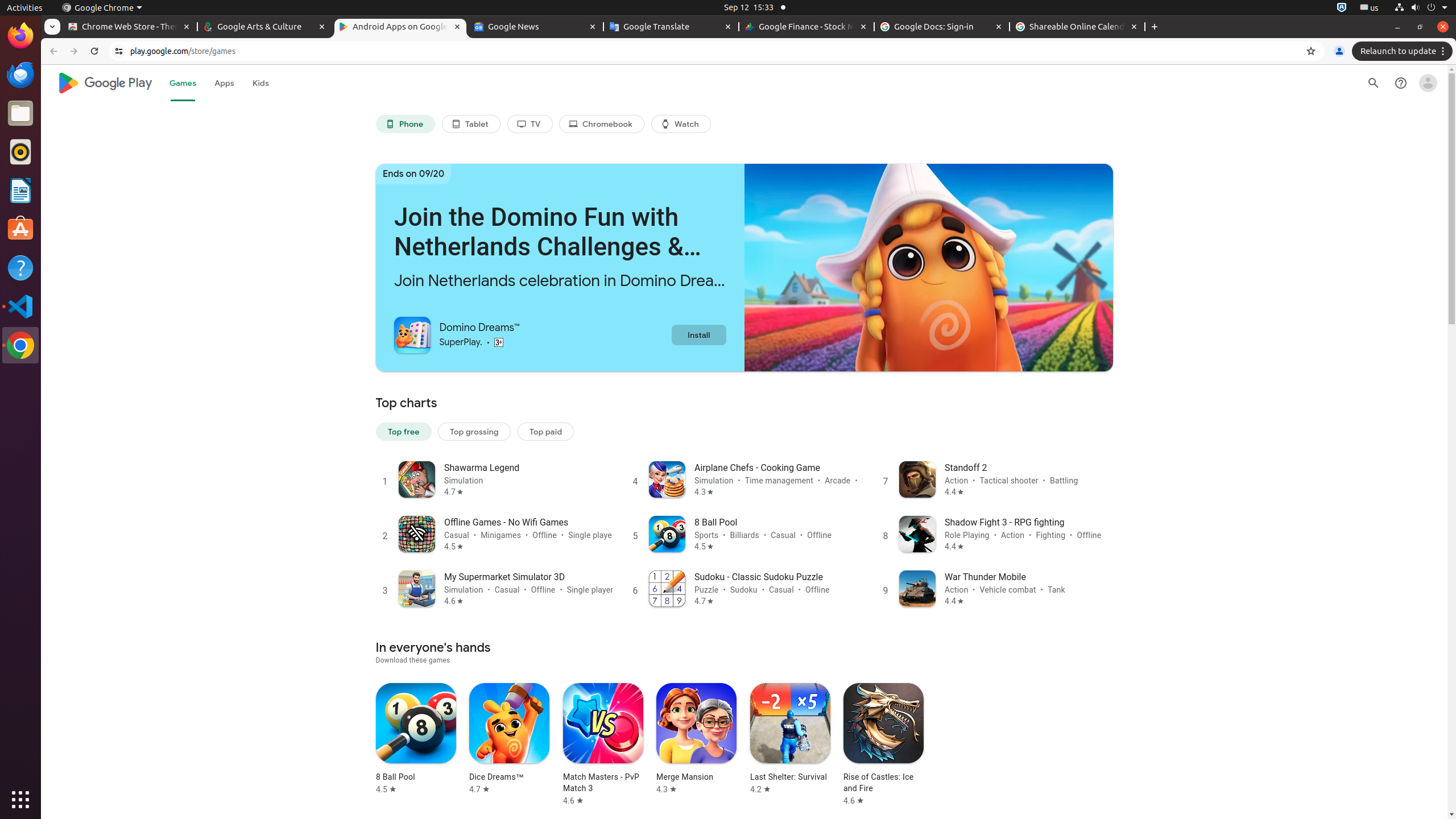 The width and height of the screenshot is (1456, 819). I want to click on 'Bookmark this tab', so click(1310, 51).